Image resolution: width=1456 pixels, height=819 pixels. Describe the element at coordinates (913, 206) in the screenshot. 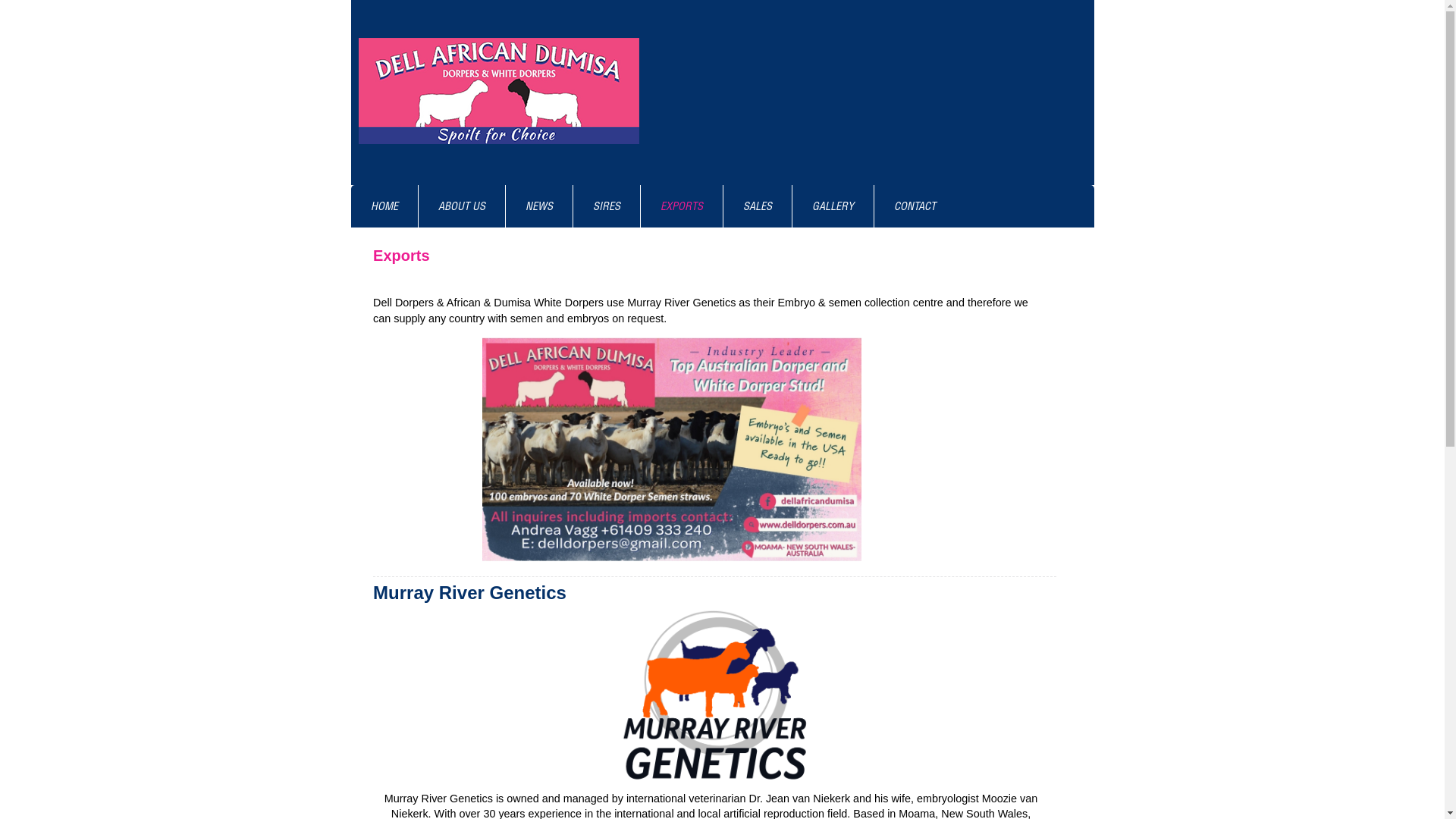

I see `'CONTACT'` at that location.